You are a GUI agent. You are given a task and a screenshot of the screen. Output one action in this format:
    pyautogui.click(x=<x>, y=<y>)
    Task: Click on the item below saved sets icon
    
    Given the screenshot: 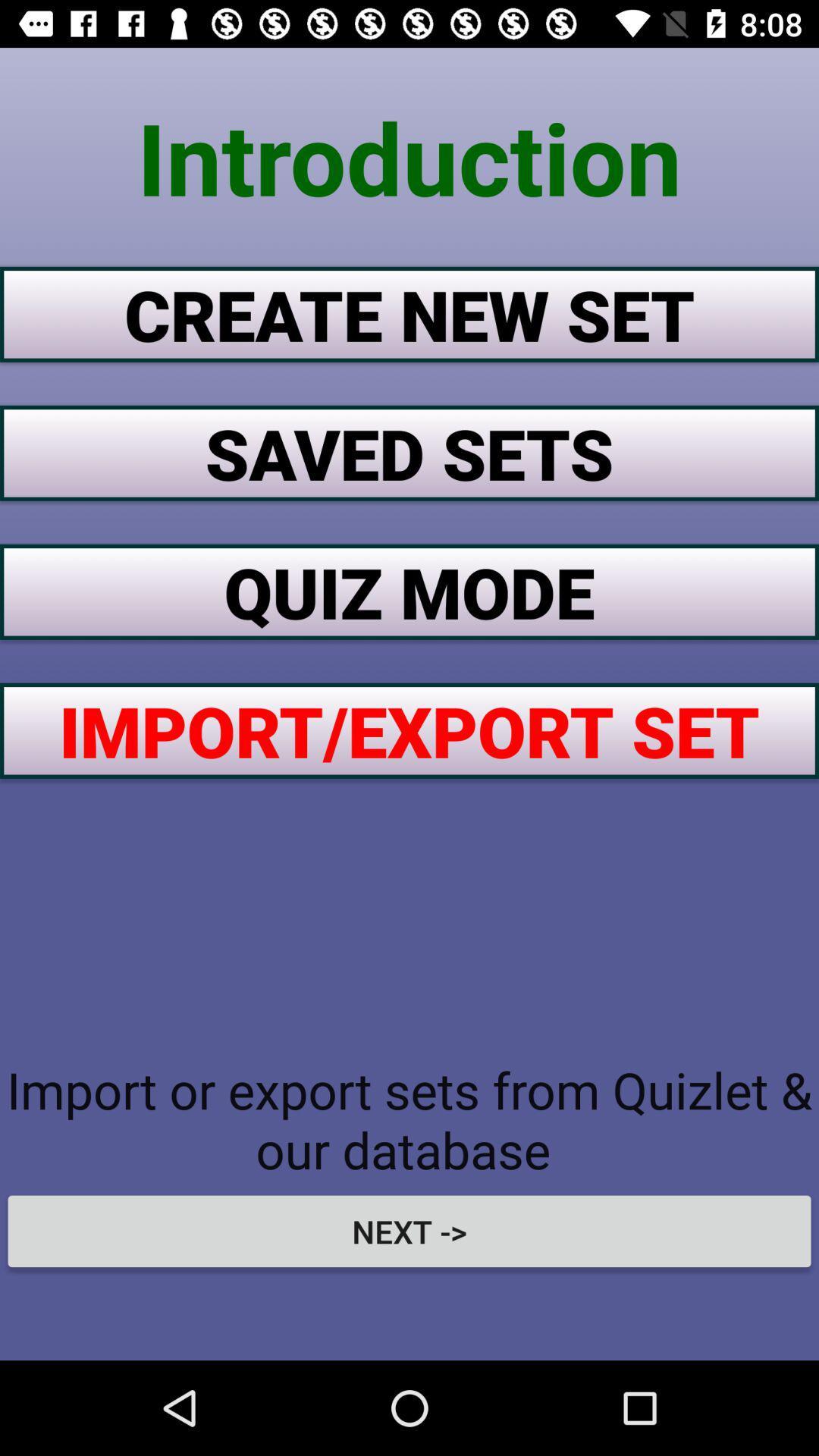 What is the action you would take?
    pyautogui.click(x=409, y=591)
    